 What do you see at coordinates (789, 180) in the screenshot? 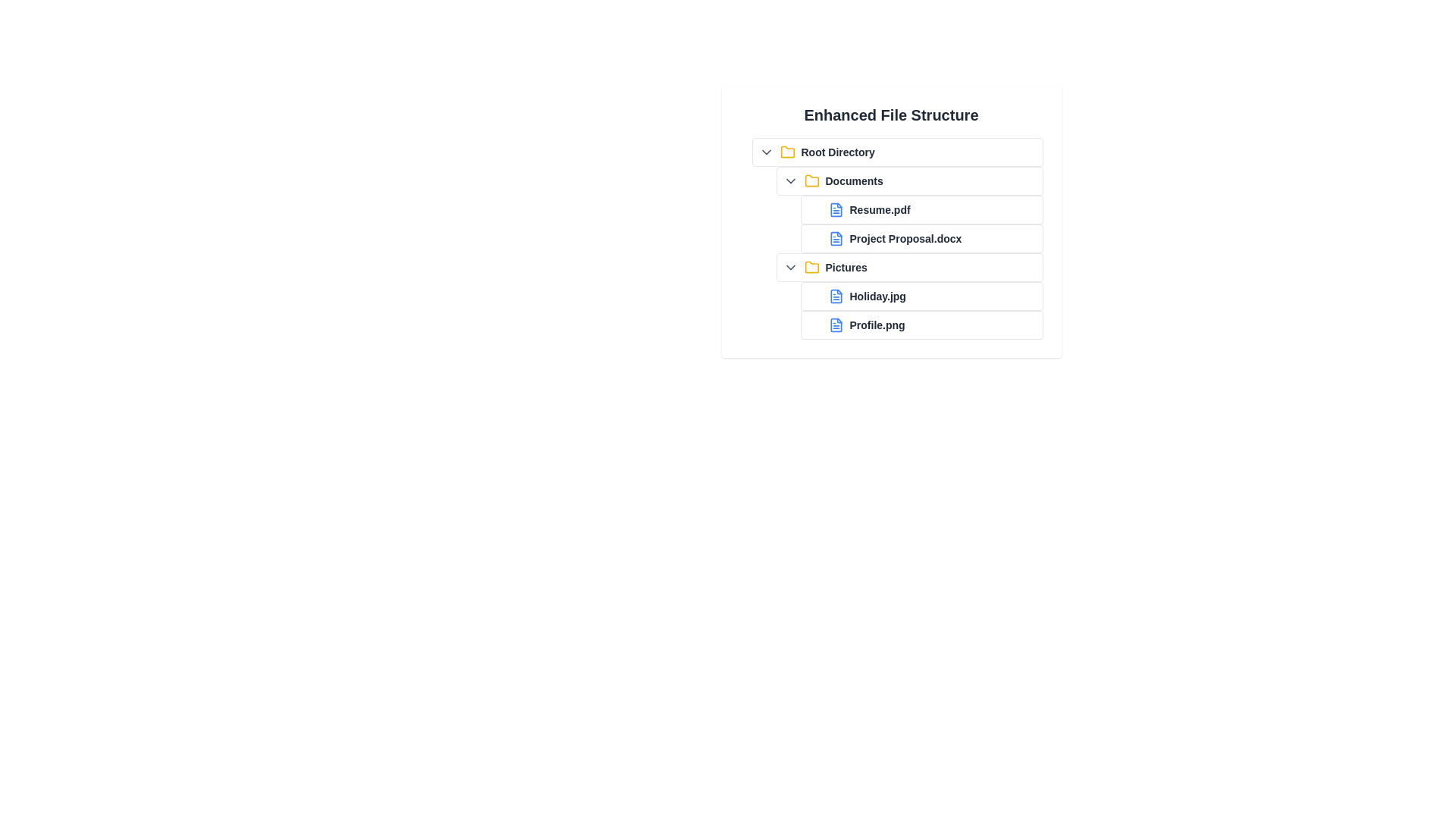
I see `the Chevron Down SVG icon located to the left of the 'Documents' folder icon` at bounding box center [789, 180].